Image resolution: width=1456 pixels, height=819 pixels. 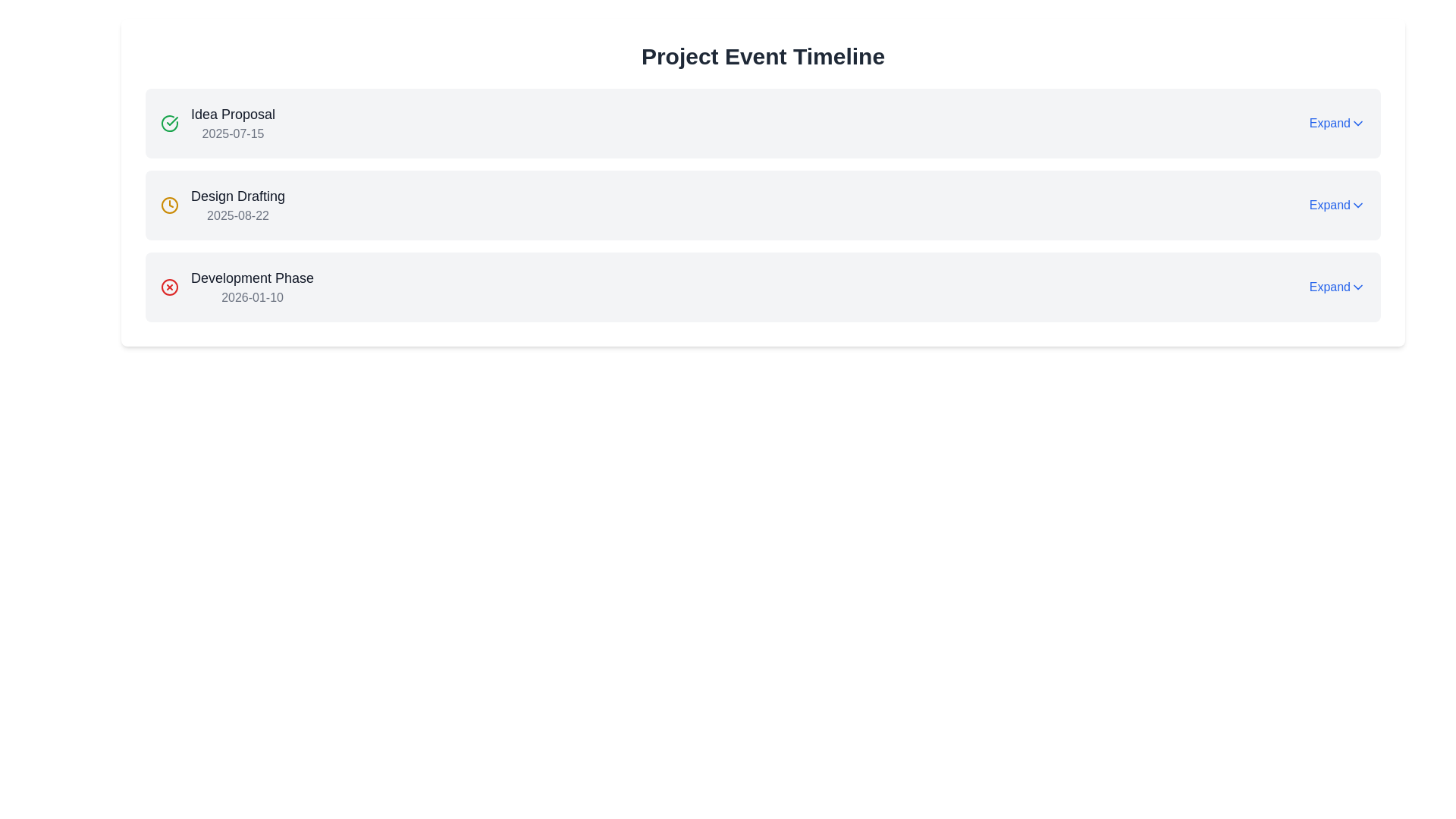 What do you see at coordinates (253, 287) in the screenshot?
I see `text displayed as 'Development Phase' with the associated date '2026-01-10', located on the rightmost side of the third row of the timeline table beneath a red cross icon` at bounding box center [253, 287].